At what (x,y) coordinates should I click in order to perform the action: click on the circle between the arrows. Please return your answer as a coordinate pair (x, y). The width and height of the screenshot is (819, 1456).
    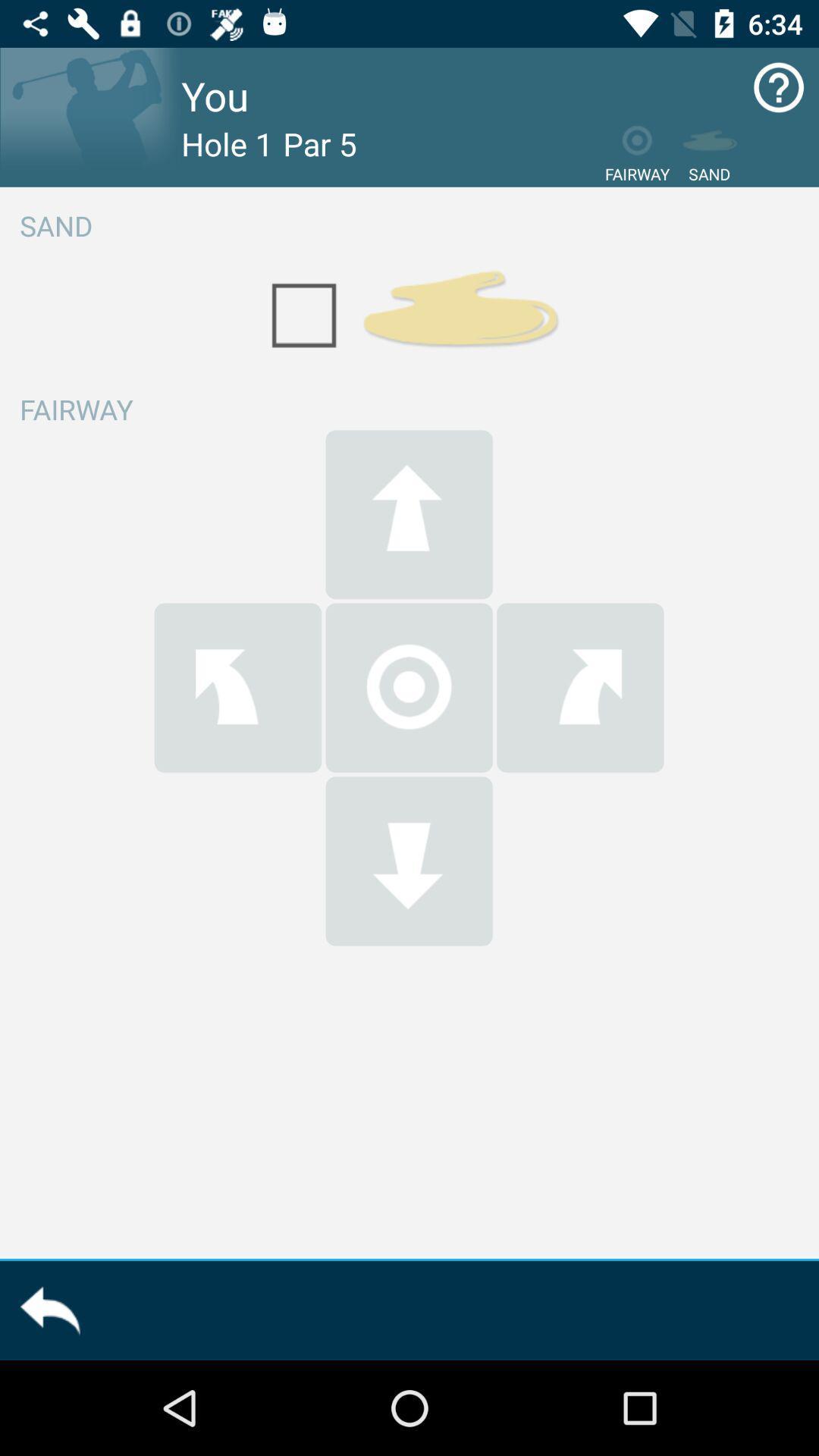
    Looking at the image, I should click on (409, 687).